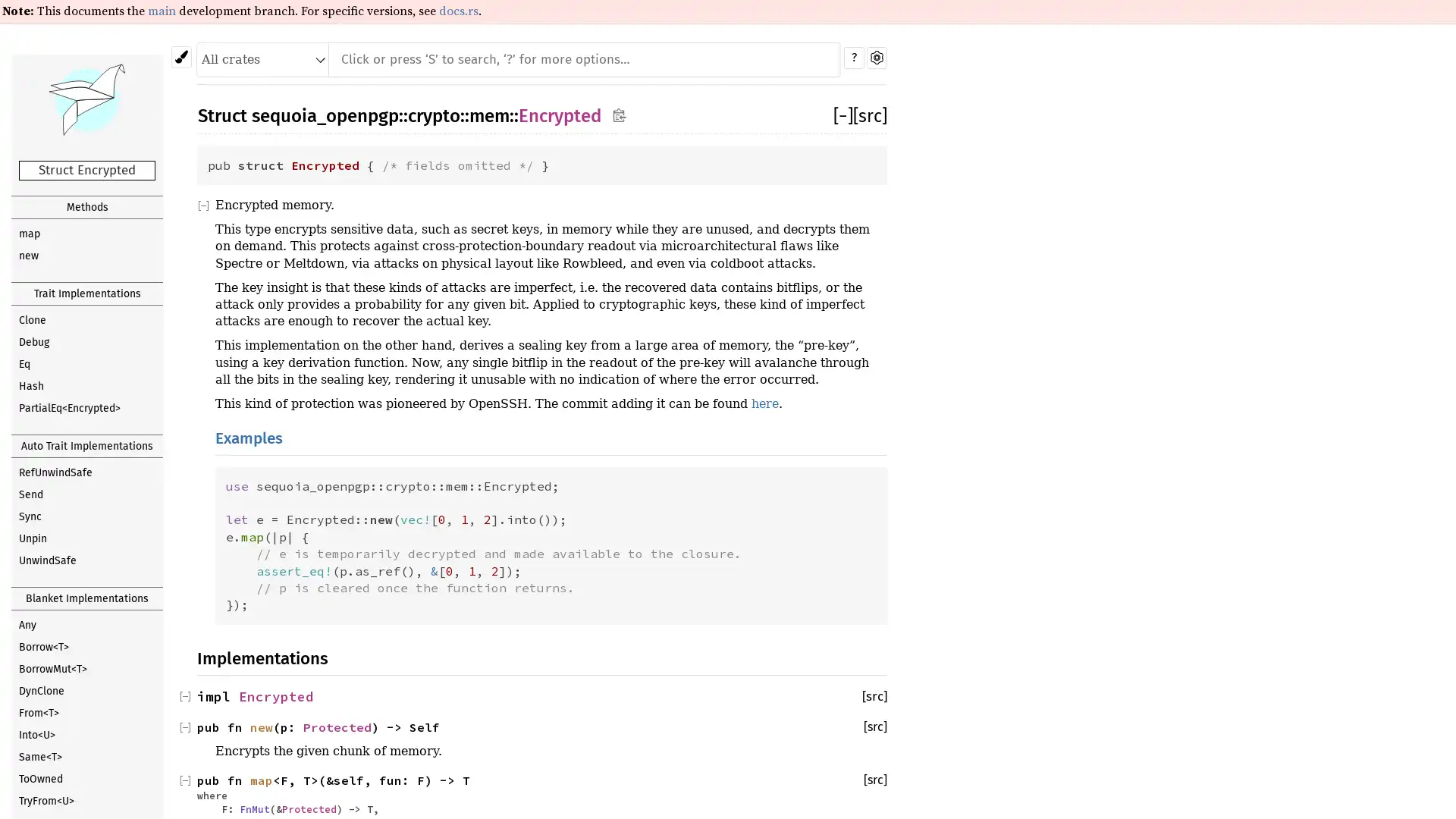 The height and width of the screenshot is (819, 1456). What do you see at coordinates (854, 57) in the screenshot?
I see `?` at bounding box center [854, 57].